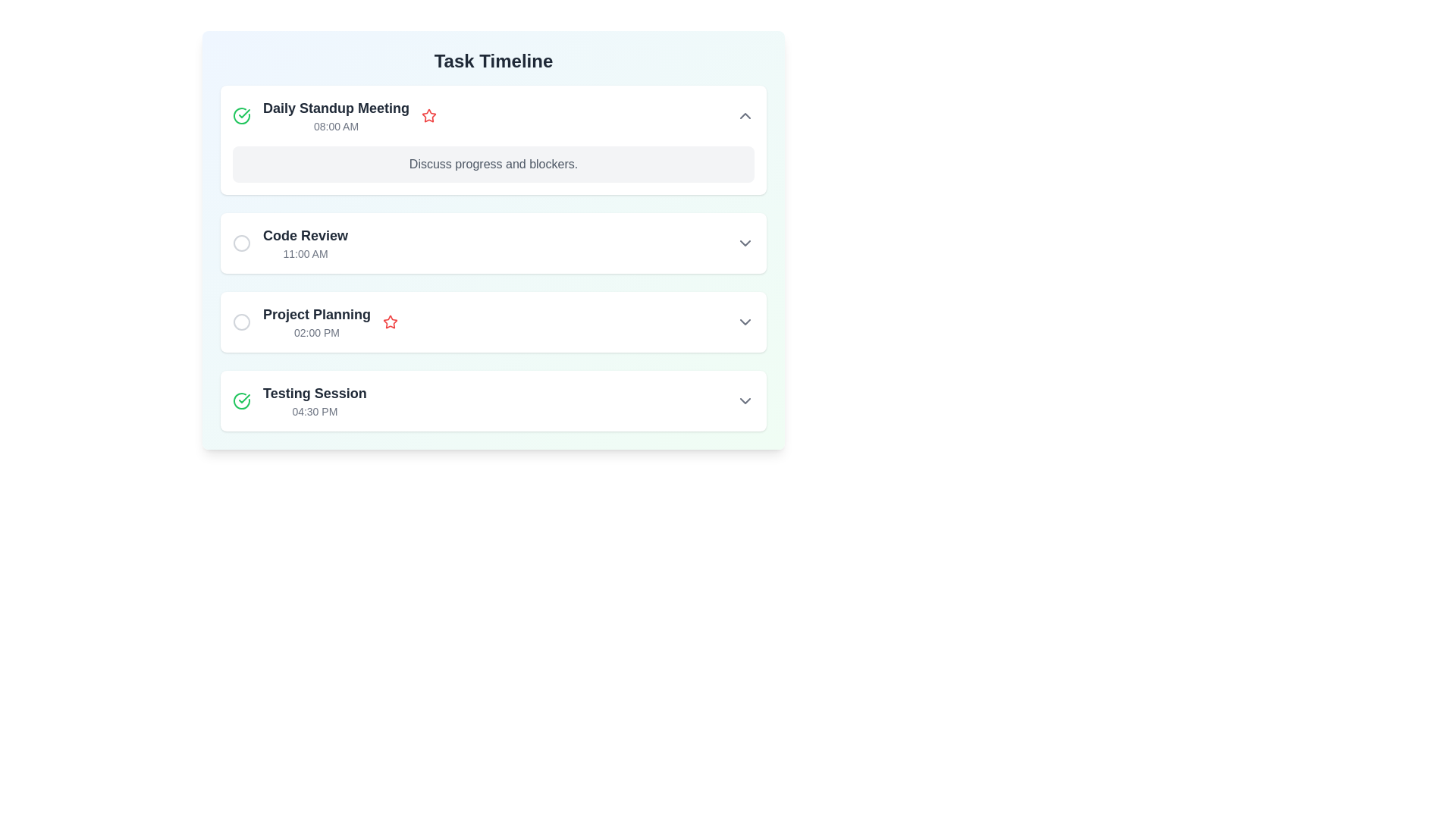  I want to click on the task entry card labeled 'Code Review' with a timestamp of '11:00 AM', which is the second item in the 'Task Timeline' list, so click(494, 242).